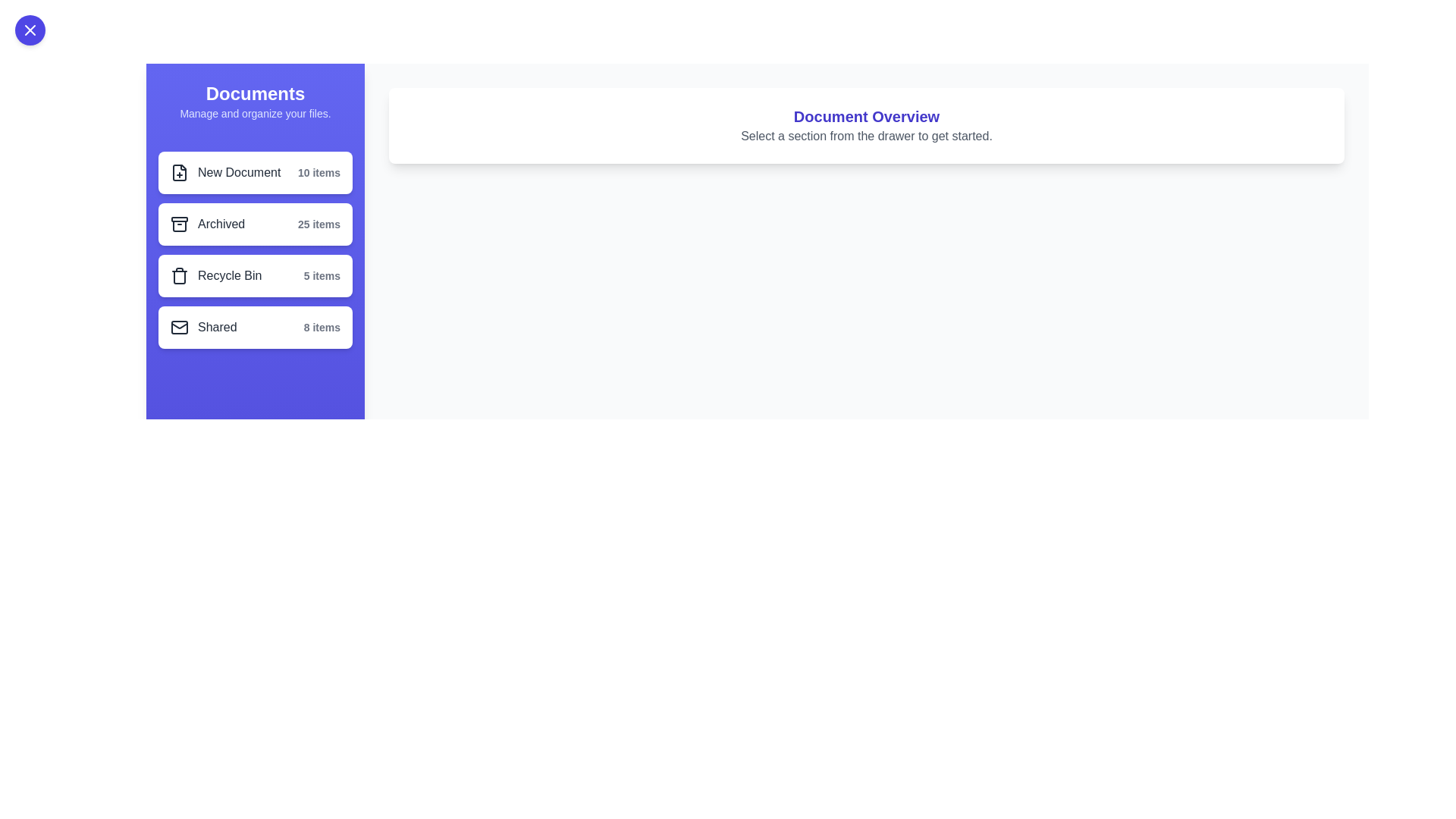 The image size is (1456, 819). What do you see at coordinates (255, 327) in the screenshot?
I see `the section labeled Shared in the drawer` at bounding box center [255, 327].